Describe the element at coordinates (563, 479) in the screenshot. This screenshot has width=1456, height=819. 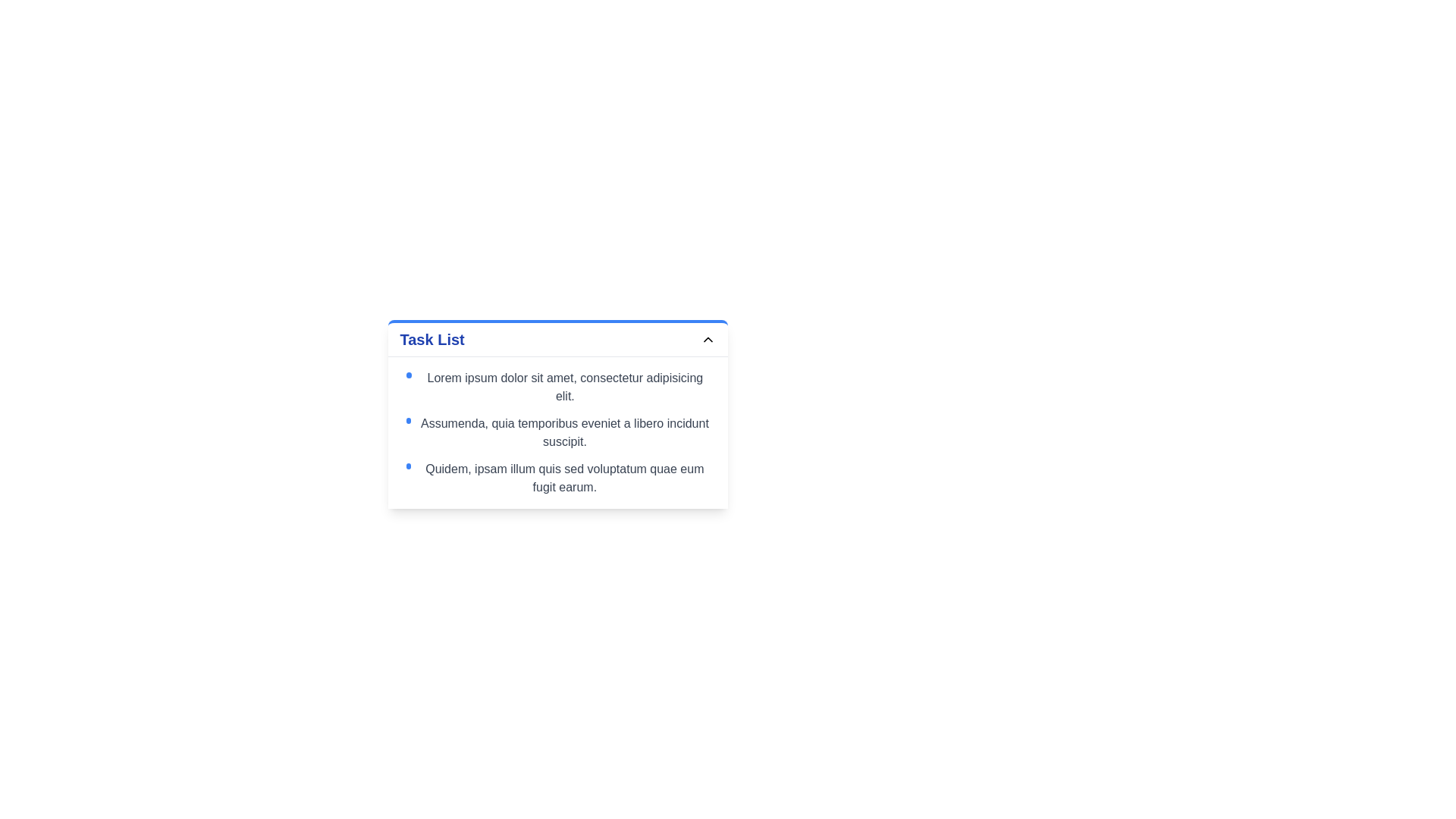
I see `the Text label at the bottom of the Task List card, which conveys information or a task description` at that location.